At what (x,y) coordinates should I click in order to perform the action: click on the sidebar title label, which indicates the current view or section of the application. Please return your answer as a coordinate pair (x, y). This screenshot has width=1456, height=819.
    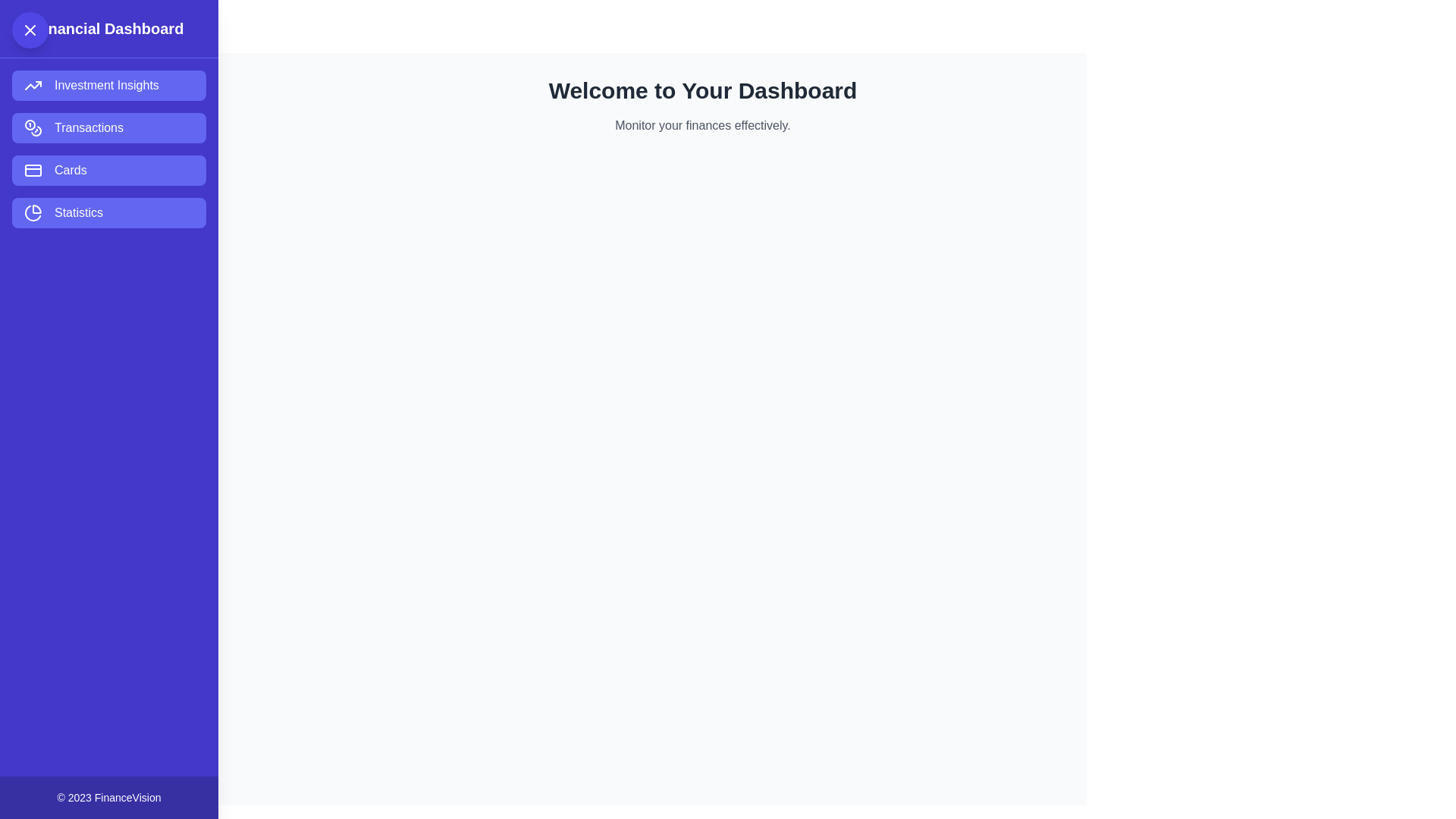
    Looking at the image, I should click on (108, 29).